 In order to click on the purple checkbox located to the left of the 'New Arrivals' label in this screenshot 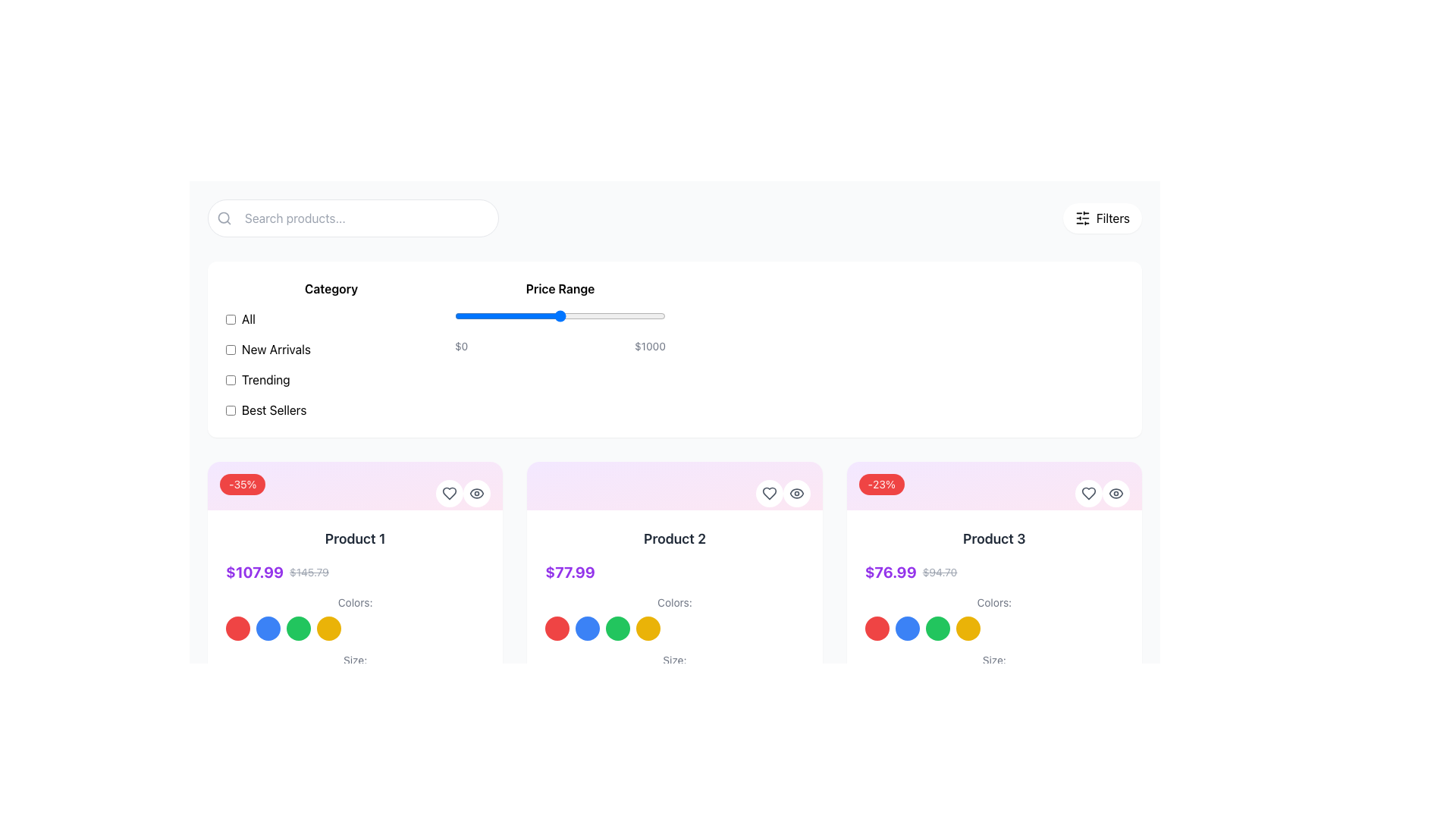, I will do `click(230, 350)`.